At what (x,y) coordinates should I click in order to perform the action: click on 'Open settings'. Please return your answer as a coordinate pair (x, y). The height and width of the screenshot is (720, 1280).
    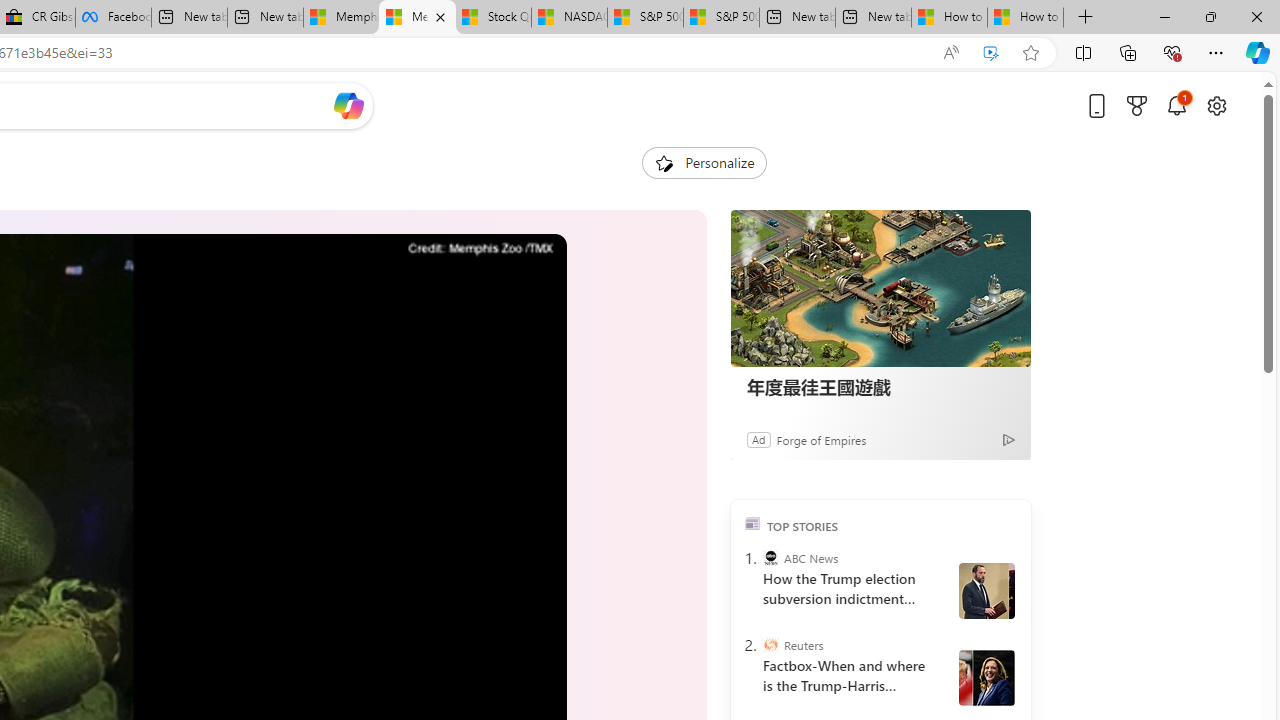
    Looking at the image, I should click on (1215, 105).